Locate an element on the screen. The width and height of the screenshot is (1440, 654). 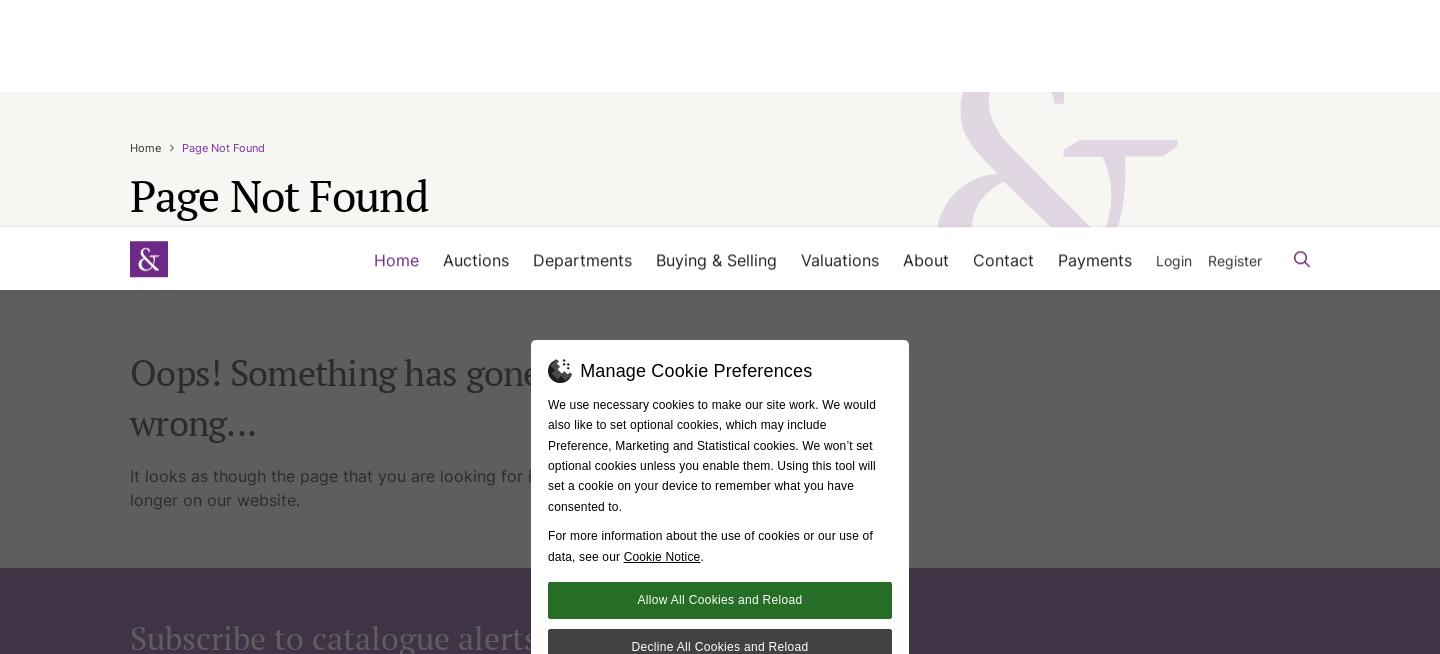
'Name' is located at coordinates (146, 409).